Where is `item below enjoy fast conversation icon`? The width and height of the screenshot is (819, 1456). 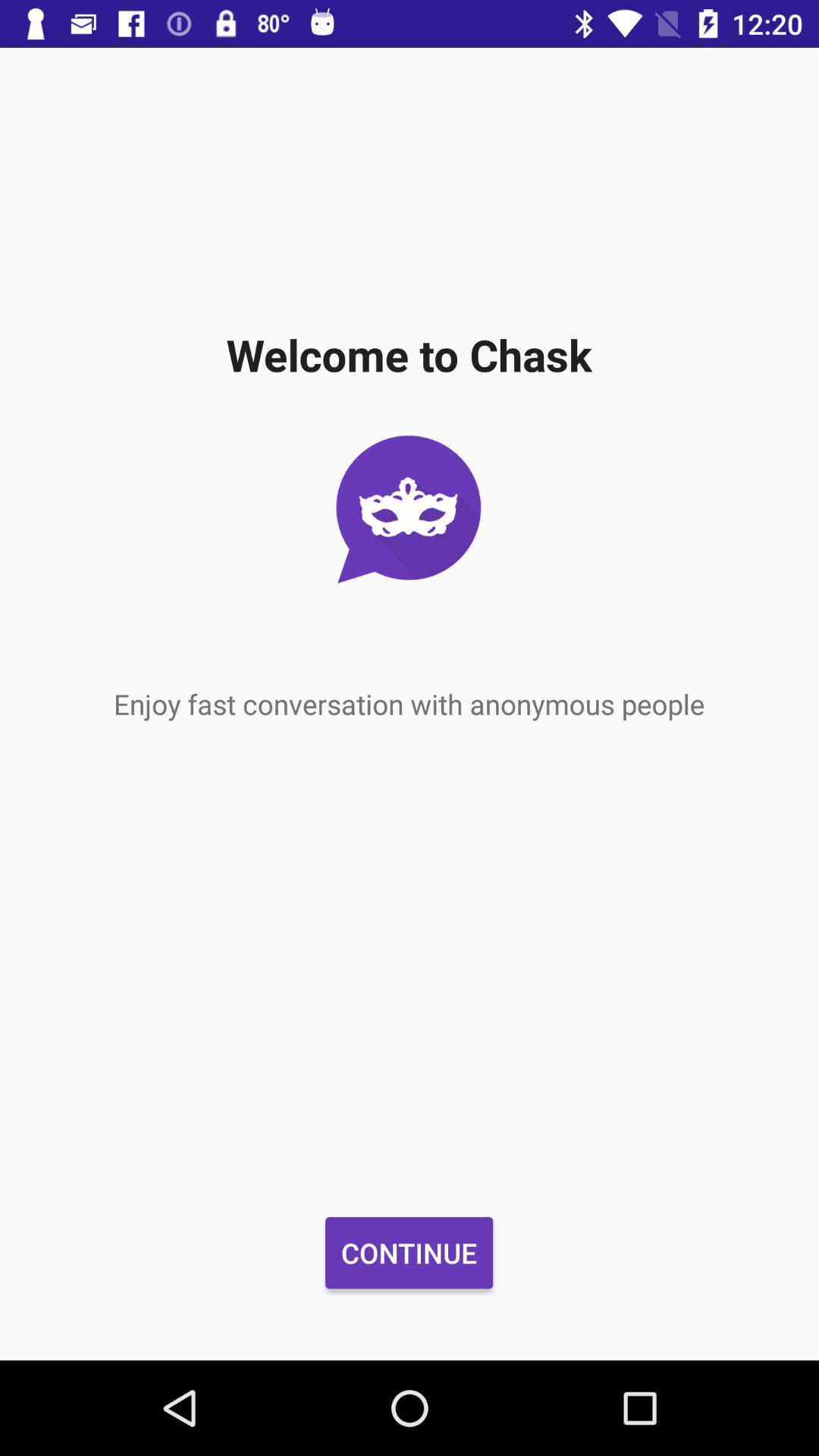
item below enjoy fast conversation icon is located at coordinates (408, 1253).